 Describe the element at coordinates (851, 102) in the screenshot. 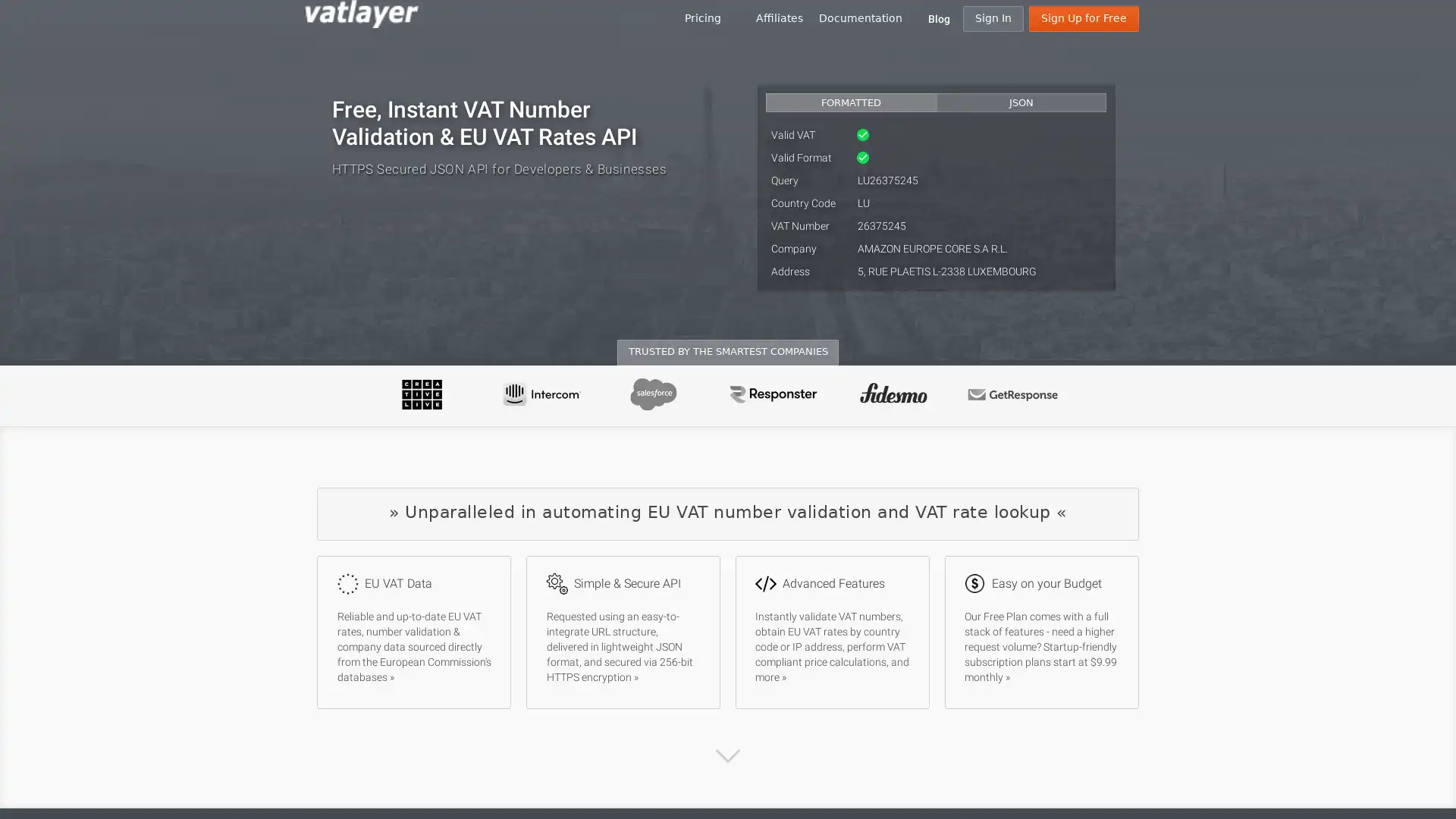

I see `FORMATTED` at that location.